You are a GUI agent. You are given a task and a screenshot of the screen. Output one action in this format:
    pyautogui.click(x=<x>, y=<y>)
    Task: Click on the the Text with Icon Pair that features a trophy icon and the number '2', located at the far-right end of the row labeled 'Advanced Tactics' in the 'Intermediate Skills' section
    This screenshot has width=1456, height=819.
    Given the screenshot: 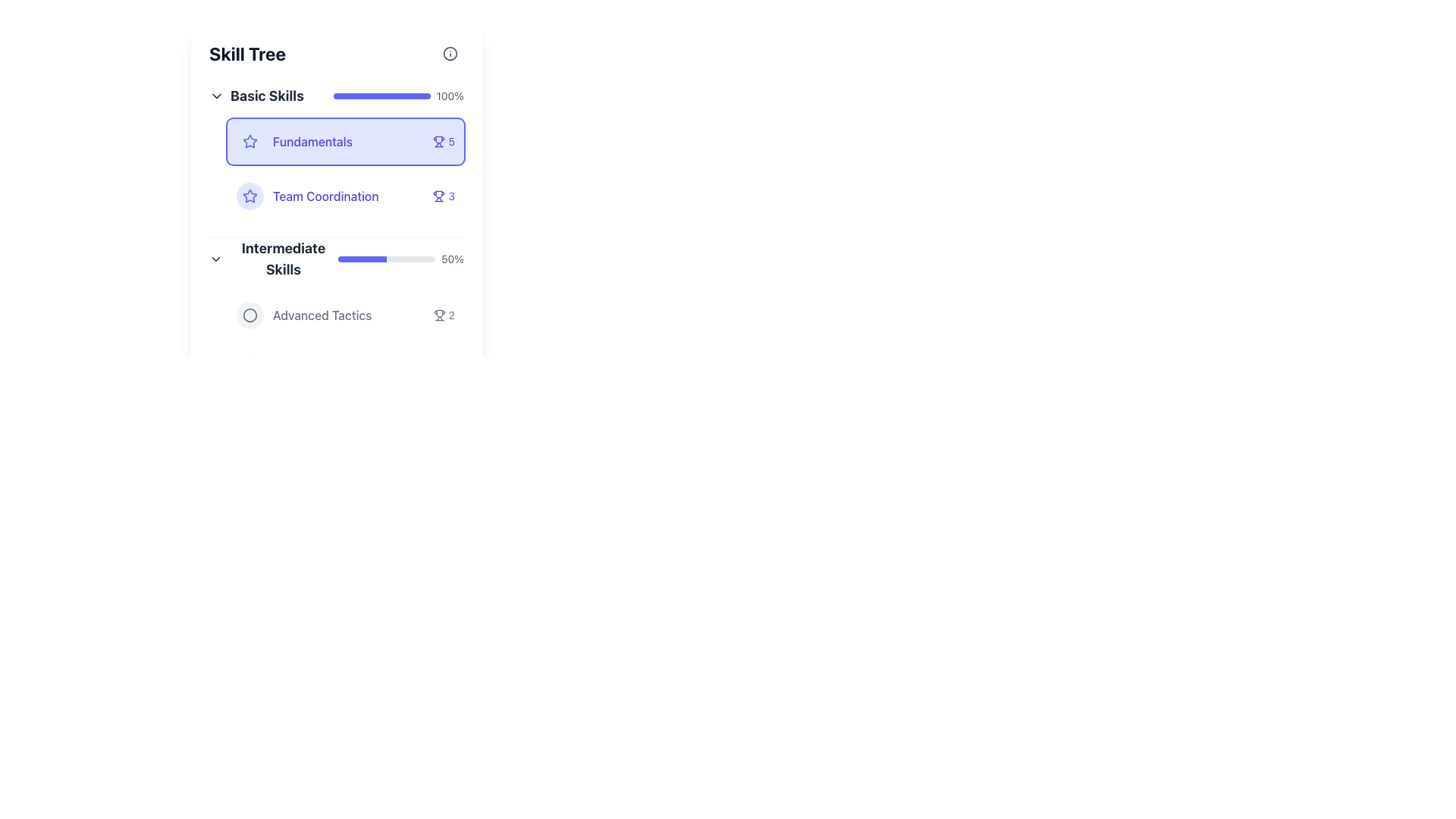 What is the action you would take?
    pyautogui.click(x=443, y=315)
    